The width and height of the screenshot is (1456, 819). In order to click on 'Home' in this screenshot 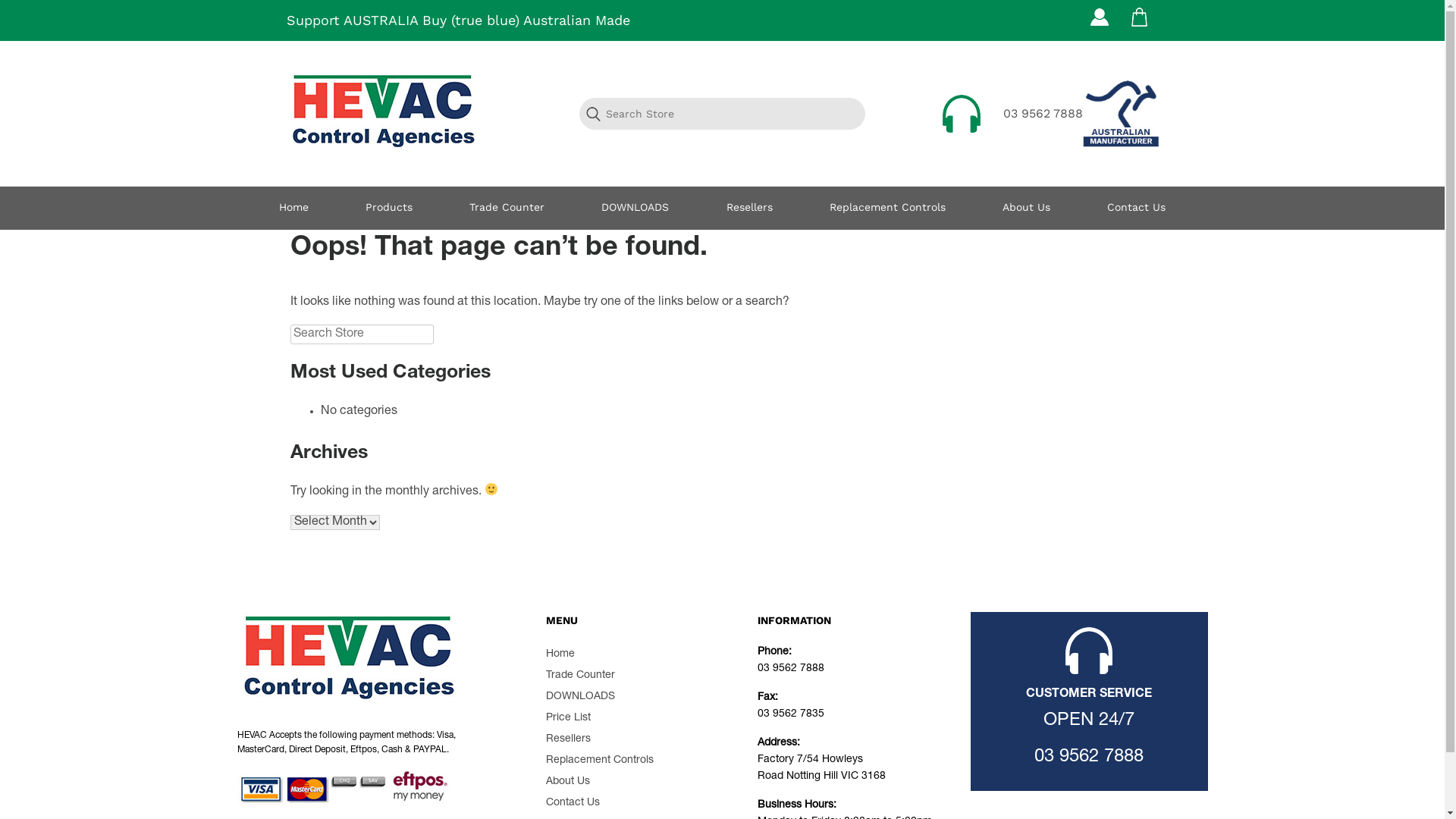, I will do `click(560, 654)`.